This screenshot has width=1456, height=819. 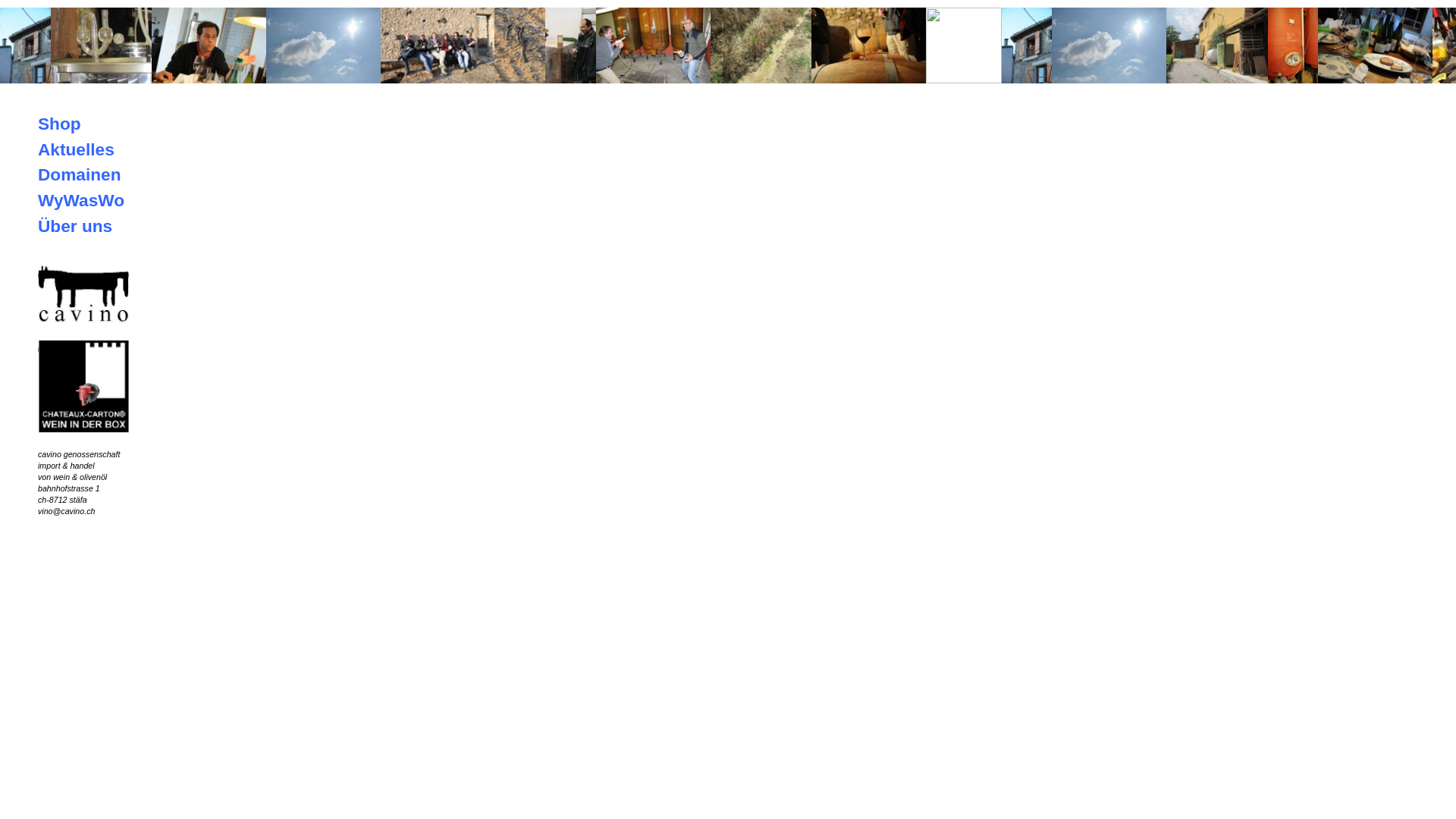 I want to click on 'Aktuelles', so click(x=75, y=149).